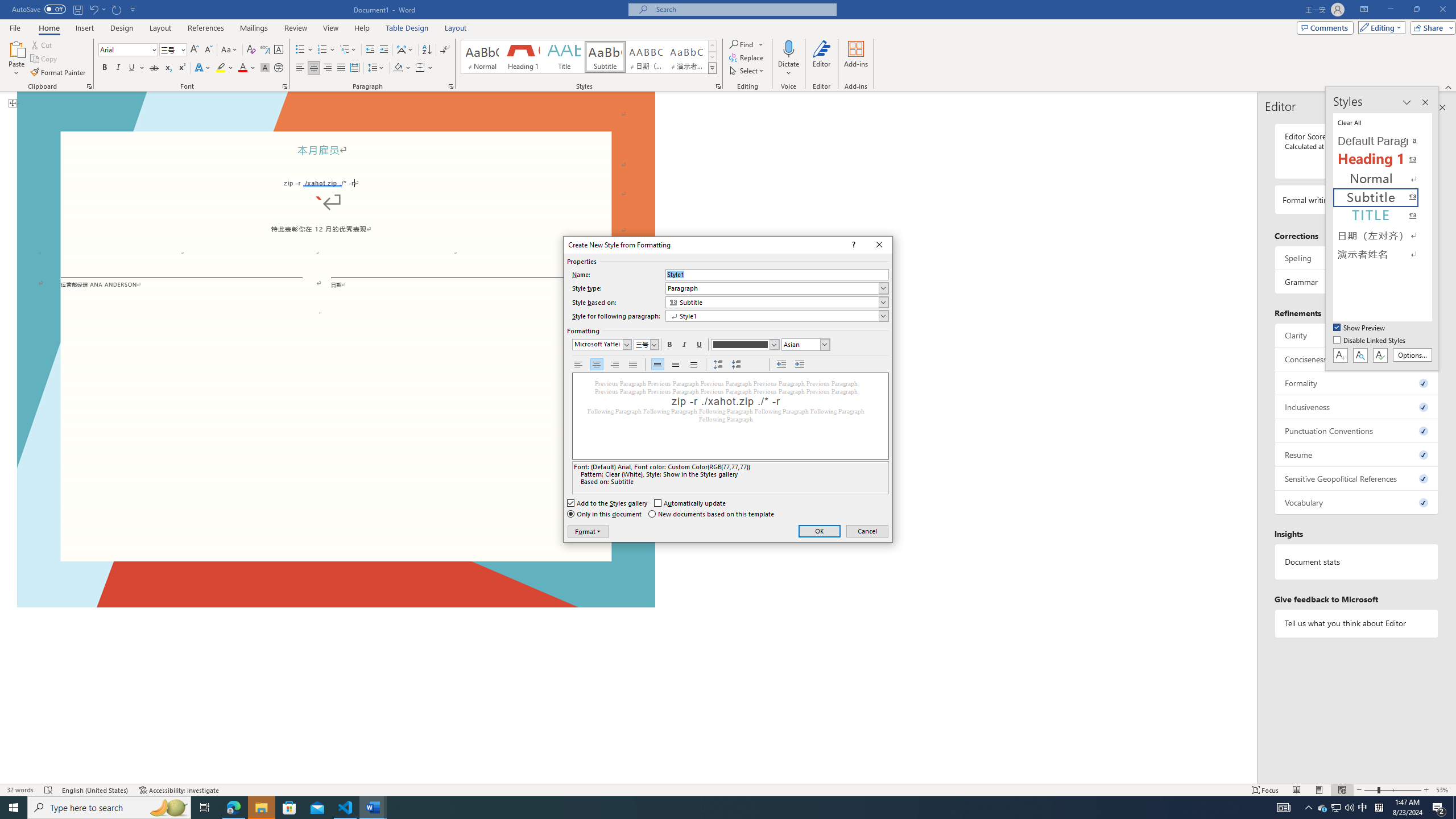 This screenshot has height=819, width=1456. What do you see at coordinates (777, 287) in the screenshot?
I see `'Style type:'` at bounding box center [777, 287].